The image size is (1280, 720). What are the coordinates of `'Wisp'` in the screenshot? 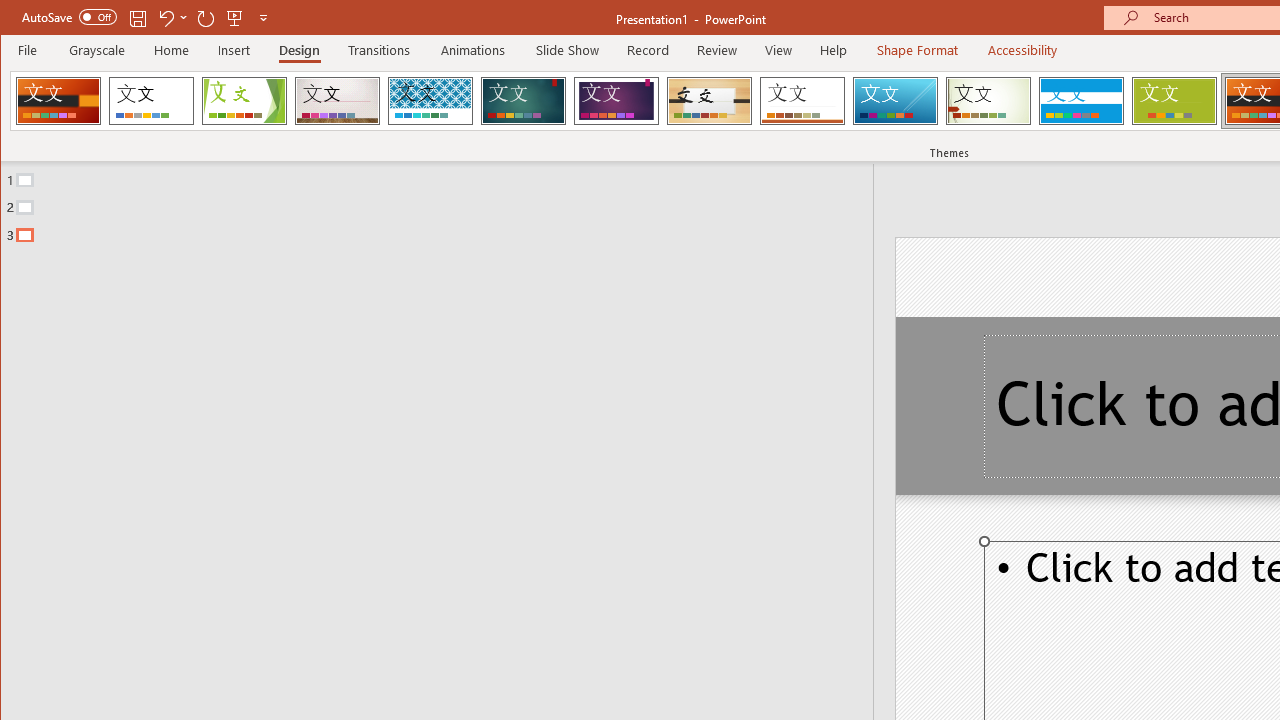 It's located at (988, 100).